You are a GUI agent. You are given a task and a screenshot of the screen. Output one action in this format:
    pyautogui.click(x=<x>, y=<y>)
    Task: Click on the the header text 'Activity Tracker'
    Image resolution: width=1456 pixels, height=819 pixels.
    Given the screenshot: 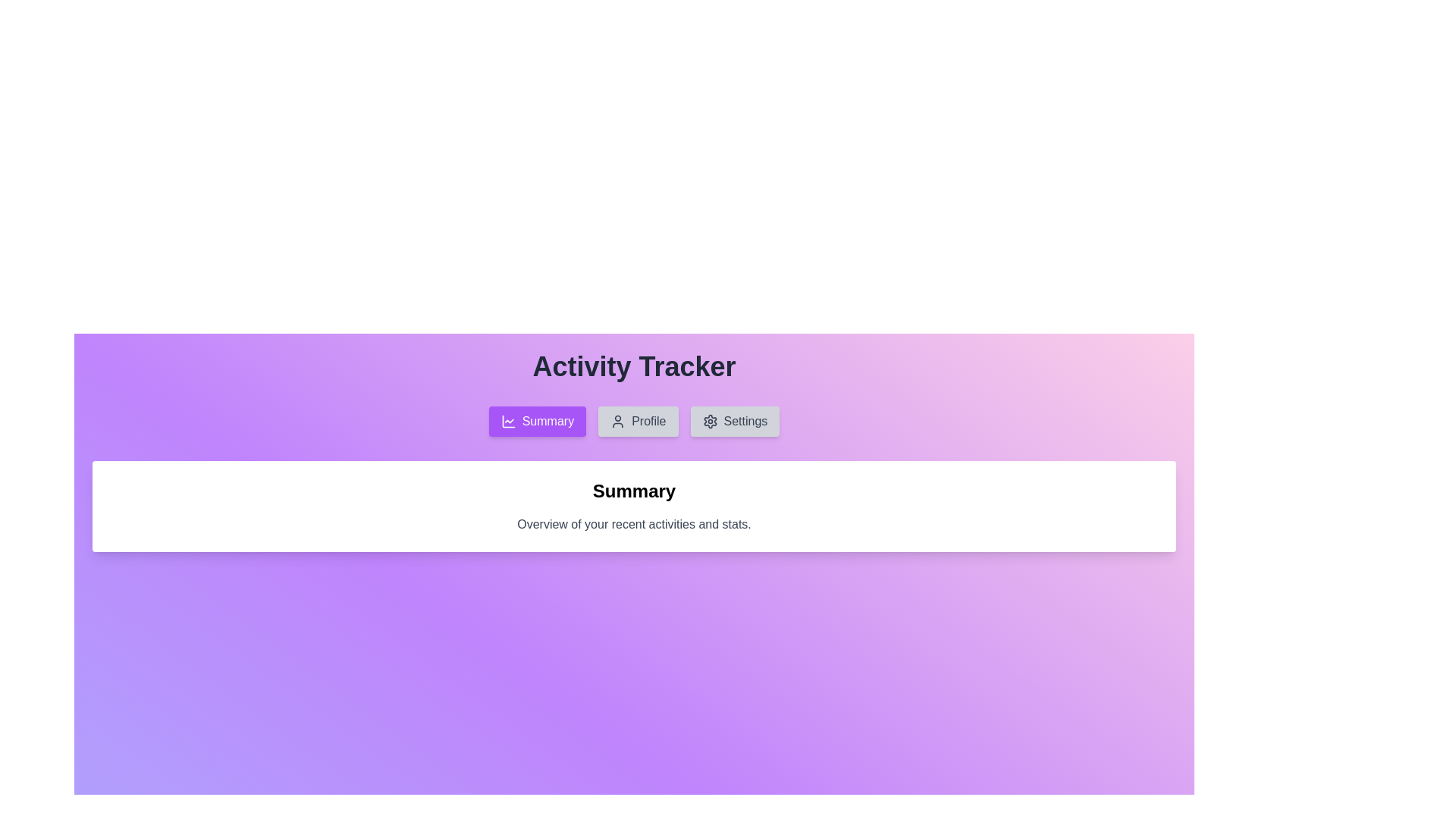 What is the action you would take?
    pyautogui.click(x=634, y=366)
    